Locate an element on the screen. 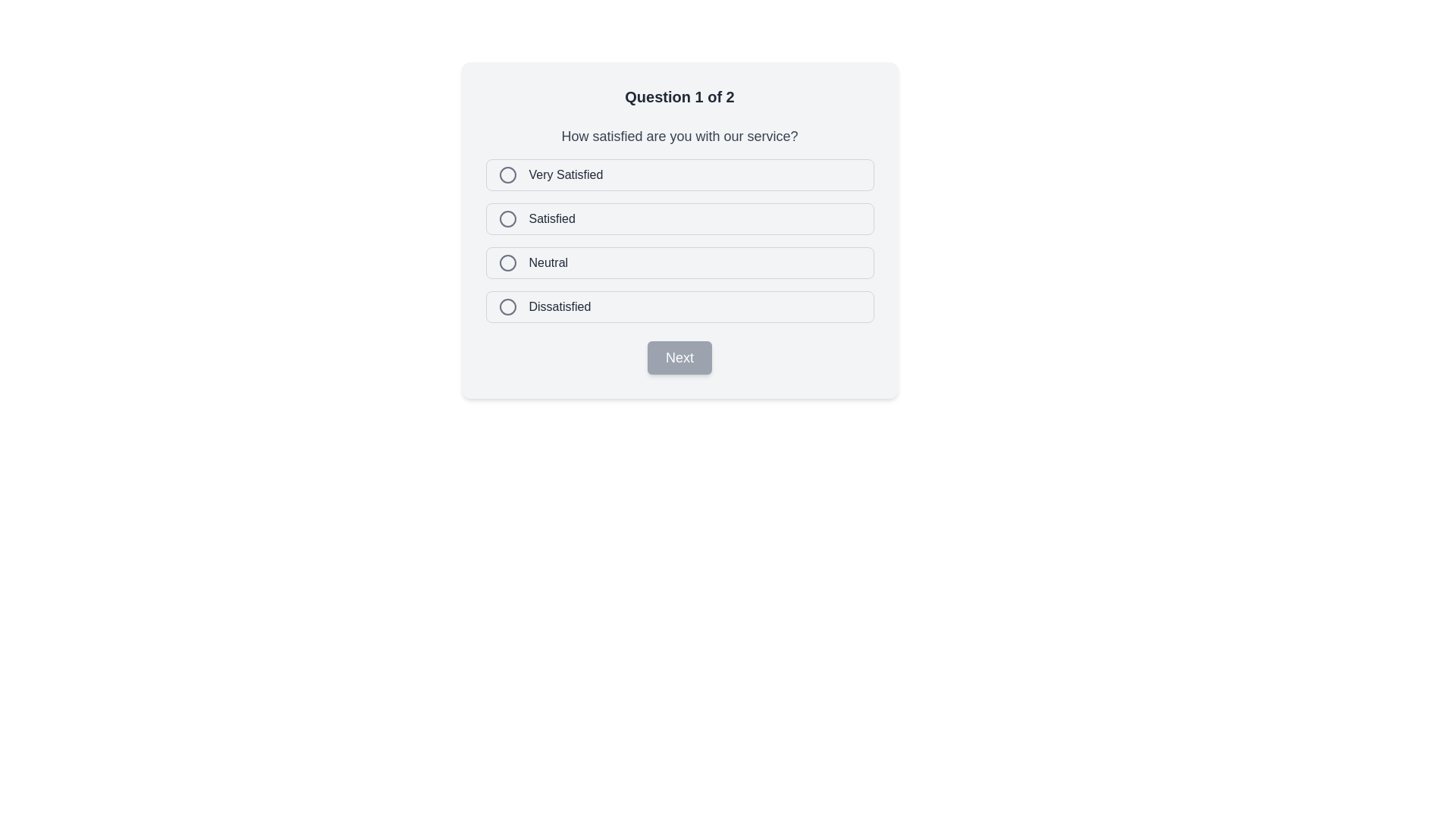  to select the 'Satisfied' option in the radio button group for the satisfaction survey, which is the second option in the list is located at coordinates (679, 231).